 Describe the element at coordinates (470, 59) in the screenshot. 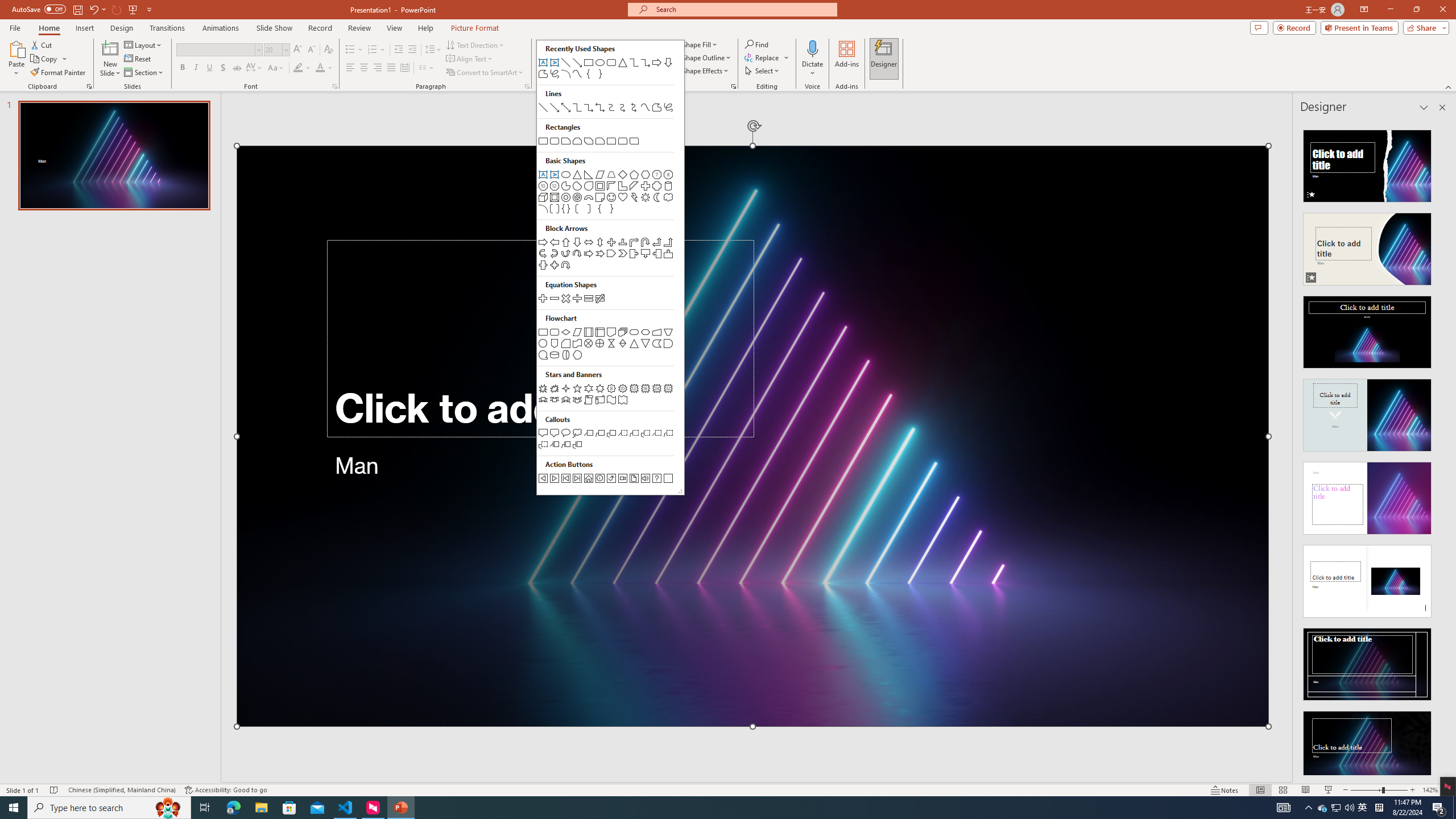

I see `'Align Text'` at that location.